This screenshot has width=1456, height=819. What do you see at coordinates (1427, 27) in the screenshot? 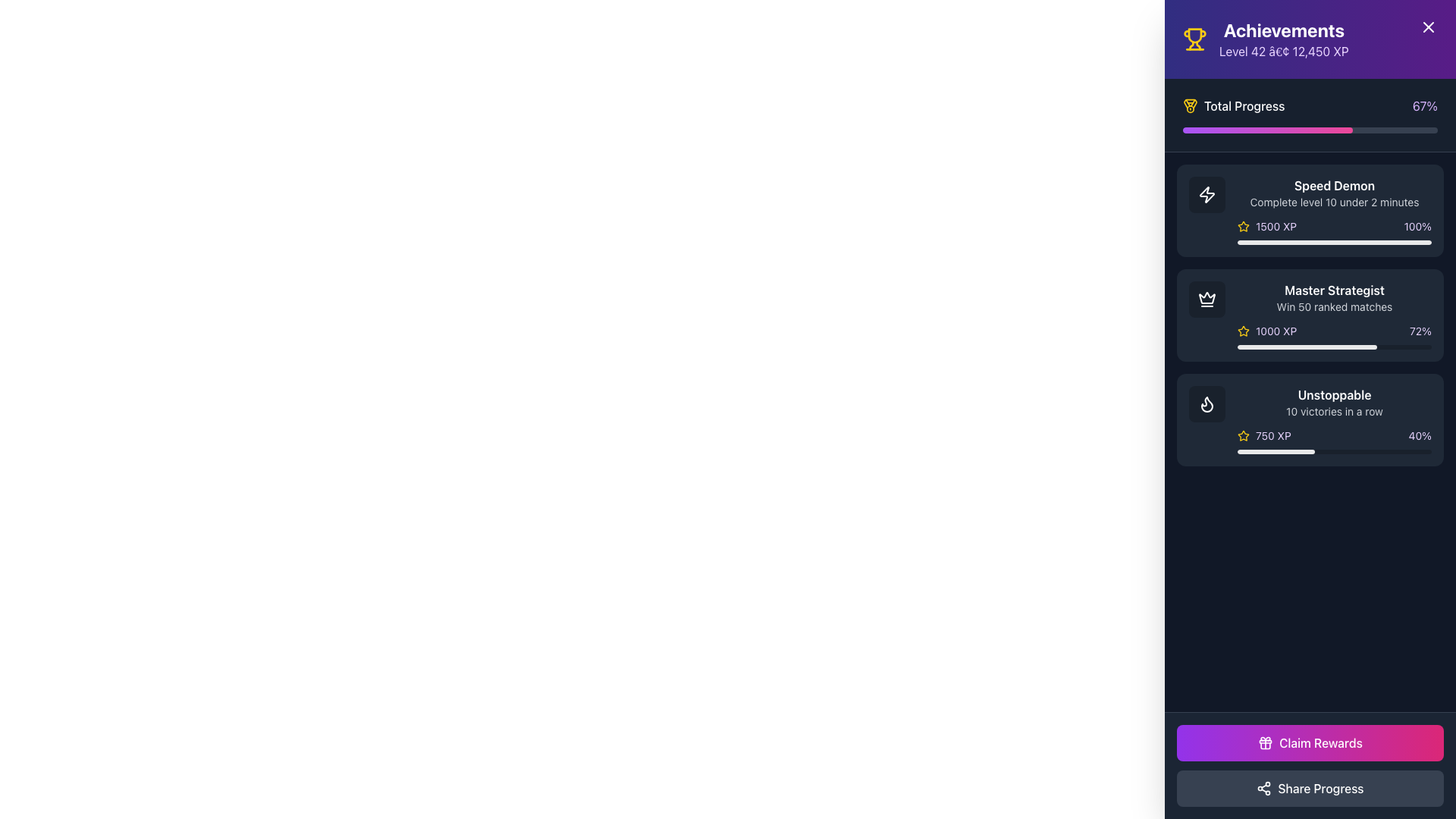
I see `the rounded button with a white 'X' on a purple background located in the top-right corner of the 'Achievements' panel` at bounding box center [1427, 27].